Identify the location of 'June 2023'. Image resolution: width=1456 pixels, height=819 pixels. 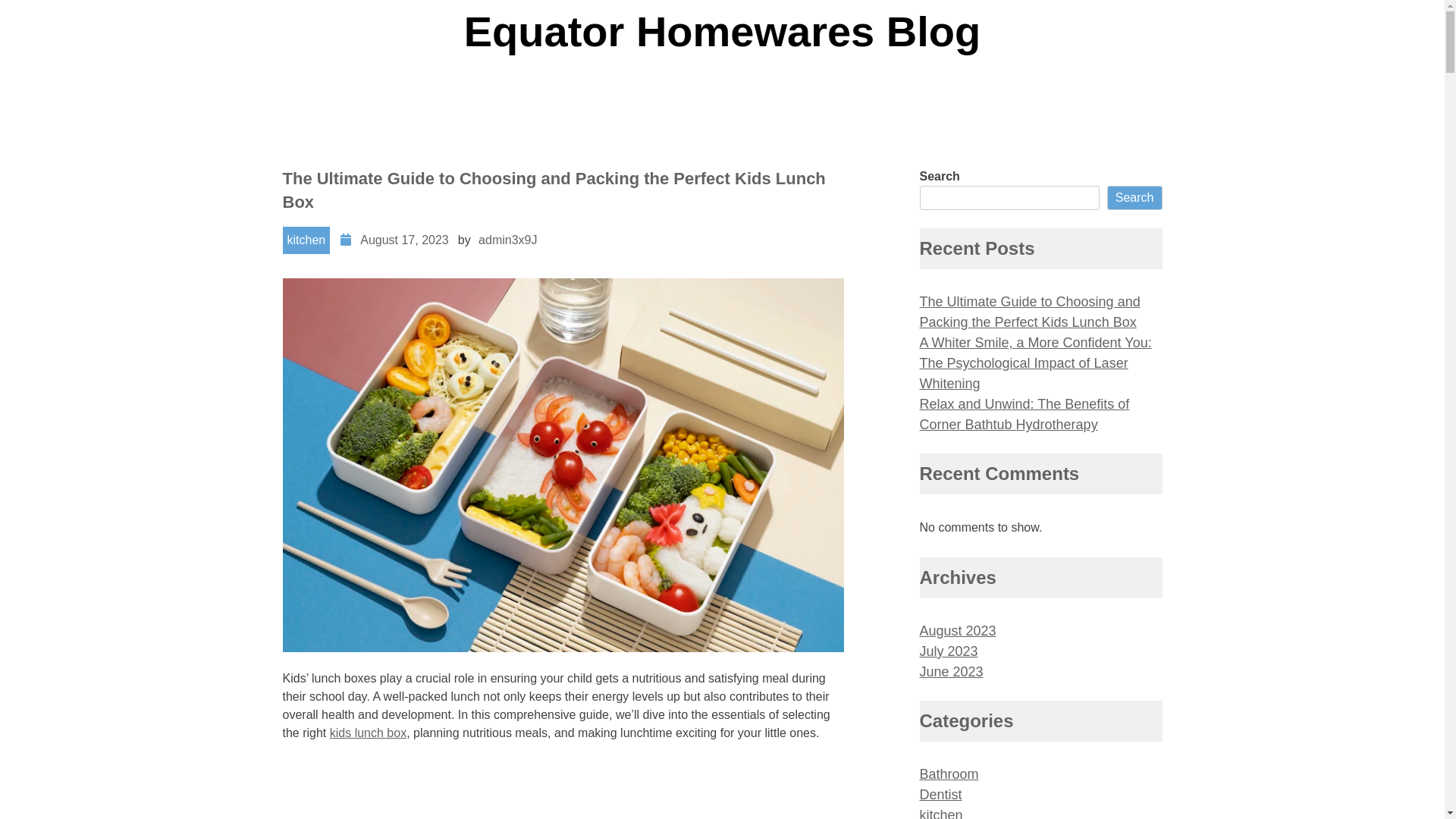
(949, 671).